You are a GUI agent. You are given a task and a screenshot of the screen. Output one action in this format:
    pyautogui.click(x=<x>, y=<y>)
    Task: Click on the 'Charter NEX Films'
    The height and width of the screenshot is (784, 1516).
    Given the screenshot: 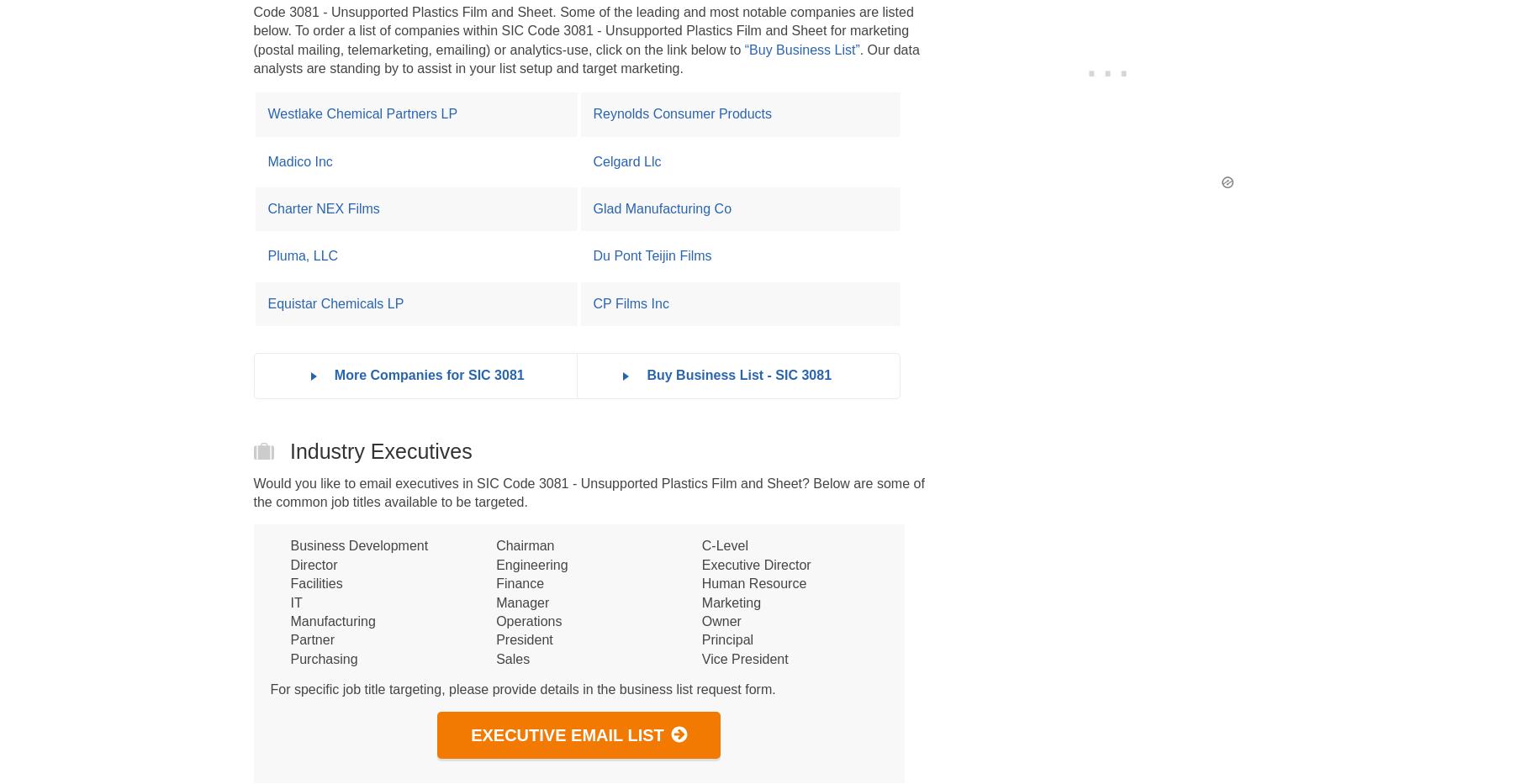 What is the action you would take?
    pyautogui.click(x=322, y=208)
    